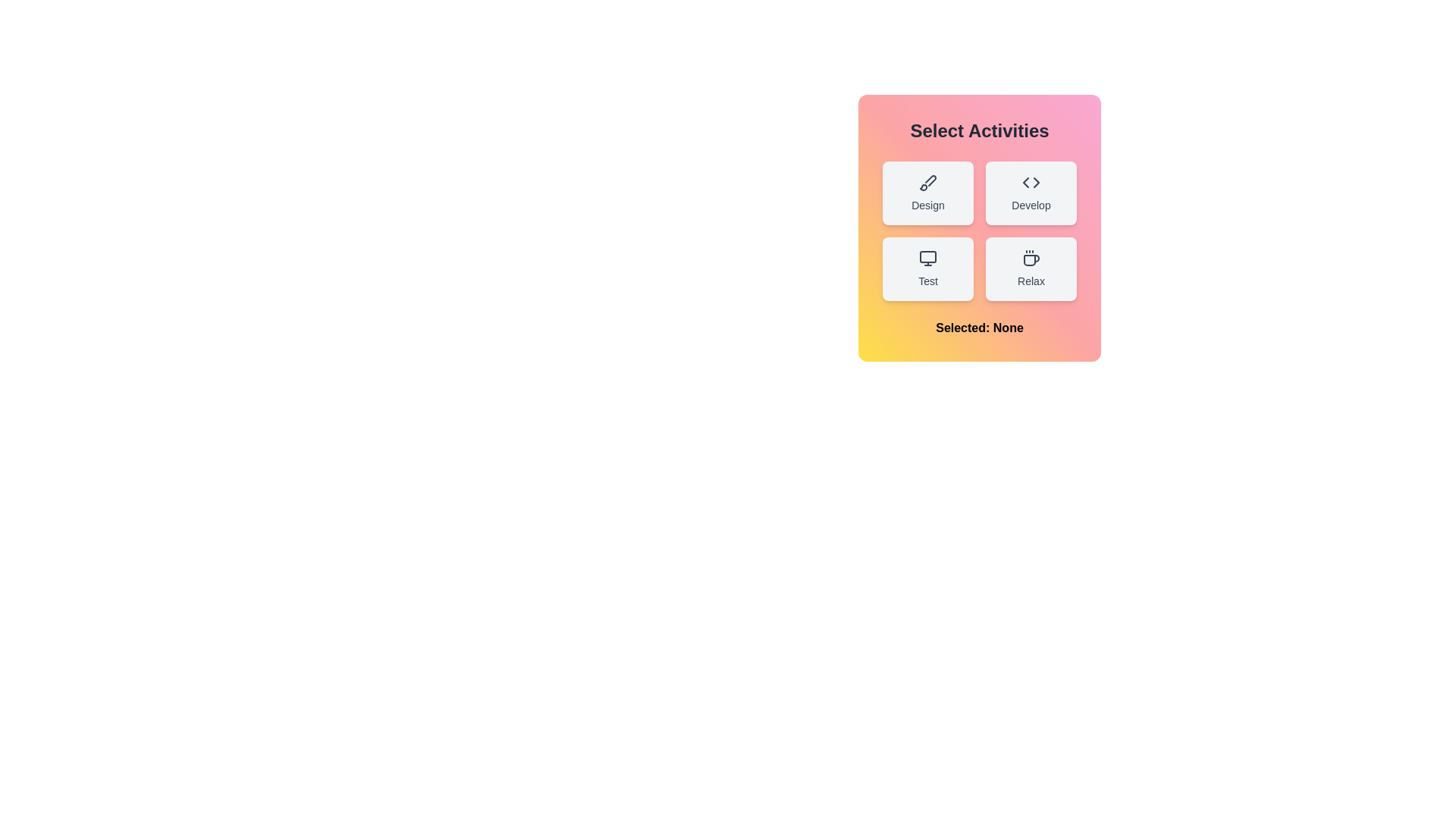 Image resolution: width=1456 pixels, height=819 pixels. What do you see at coordinates (1031, 192) in the screenshot?
I see `the button corresponding to the activity Develop` at bounding box center [1031, 192].